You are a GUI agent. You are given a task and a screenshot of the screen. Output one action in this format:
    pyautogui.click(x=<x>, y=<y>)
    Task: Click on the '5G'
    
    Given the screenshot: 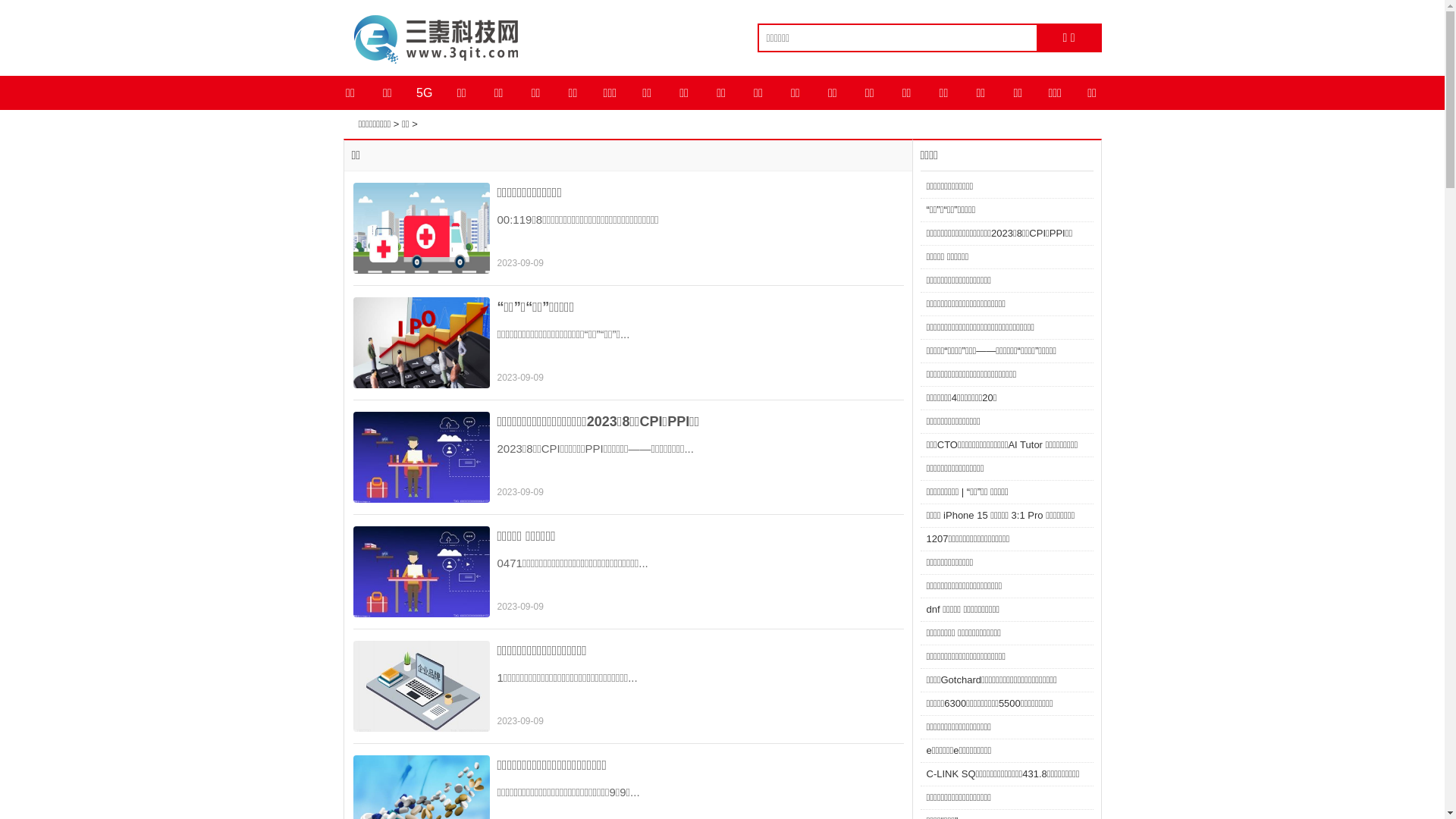 What is the action you would take?
    pyautogui.click(x=424, y=93)
    